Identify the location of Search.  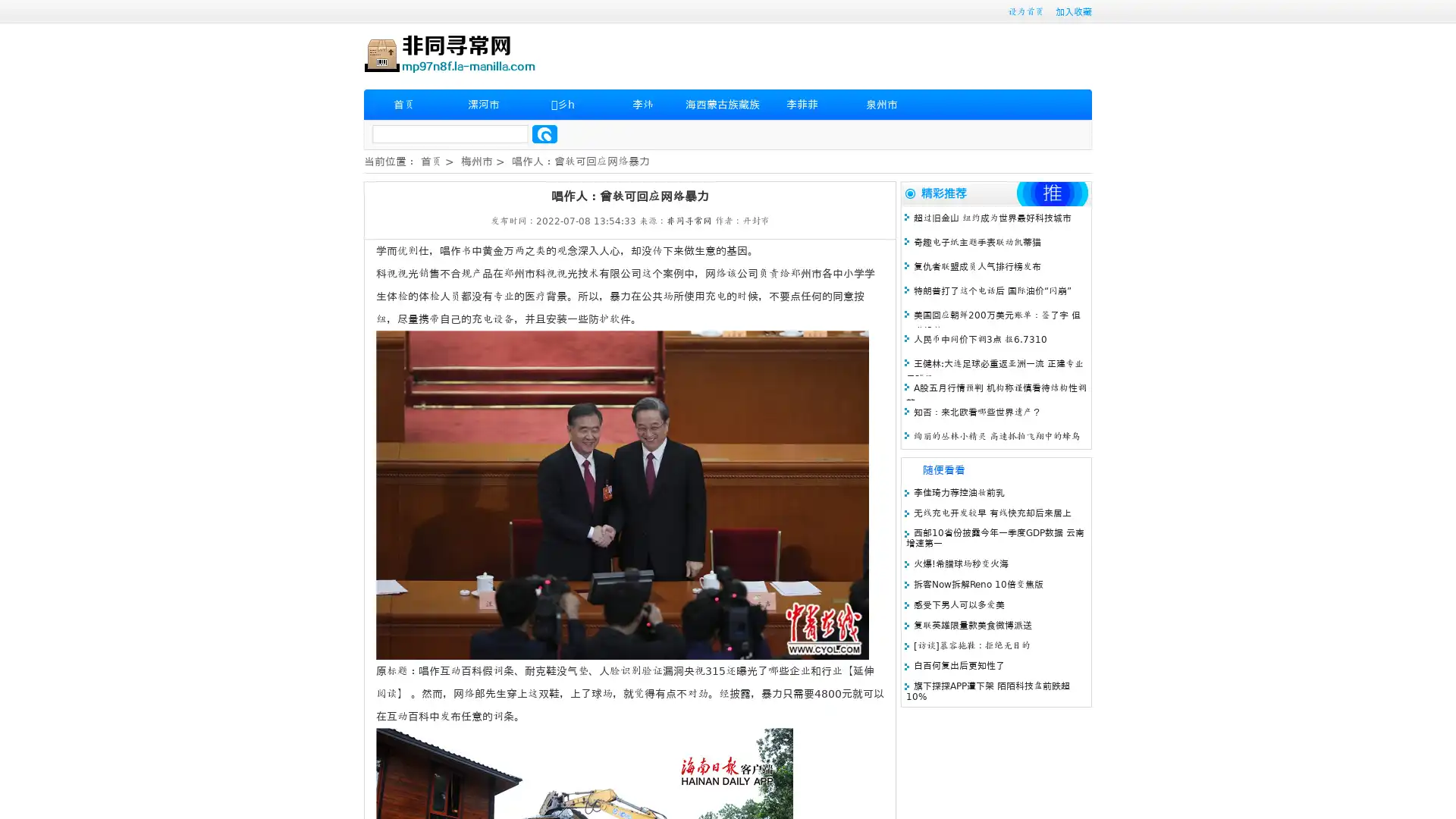
(544, 133).